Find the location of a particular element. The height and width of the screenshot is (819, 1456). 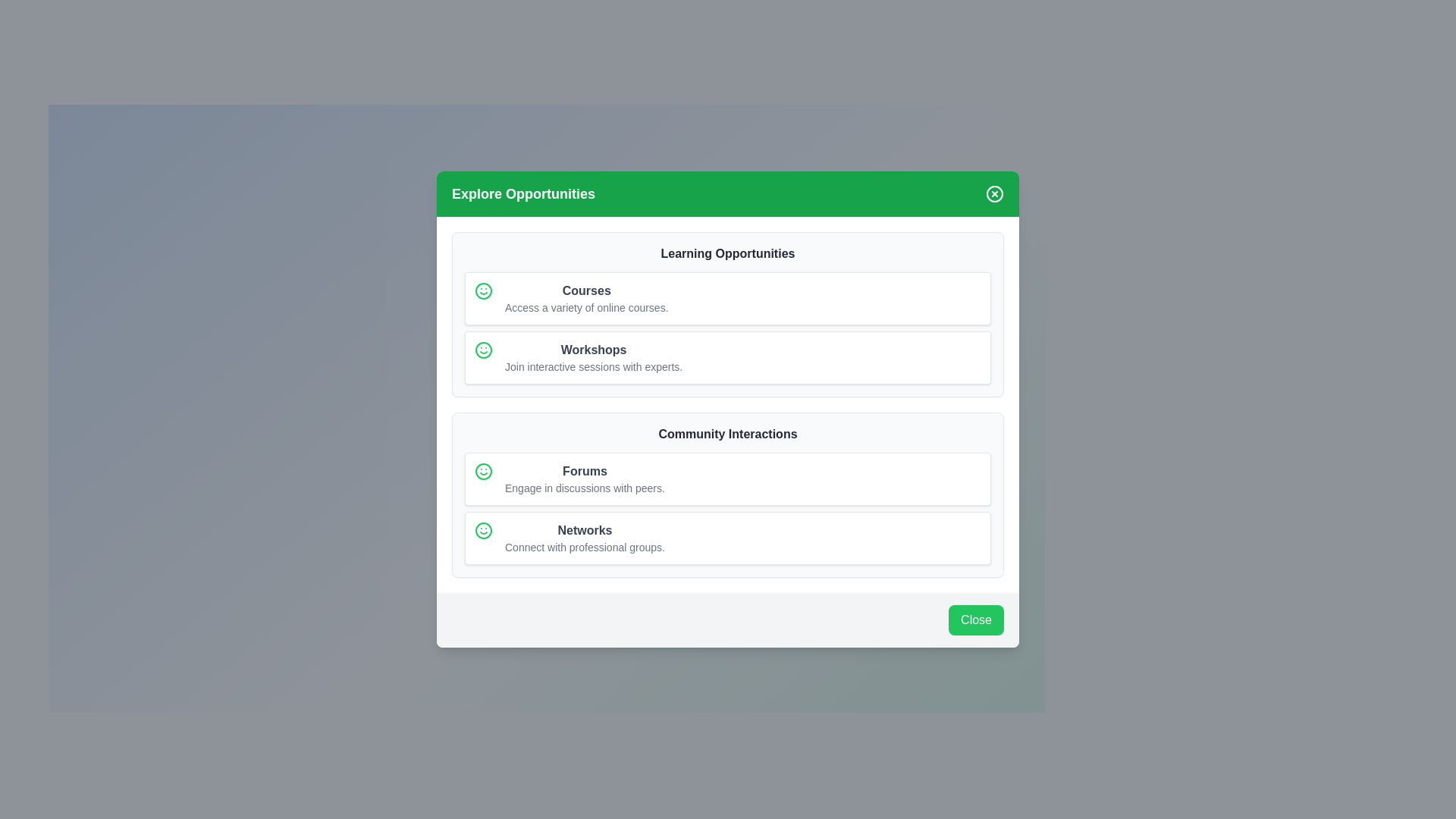

the 'Workshops' icon located on the left side of the 'Workshops' section, which serves as a visual indicator is located at coordinates (483, 350).